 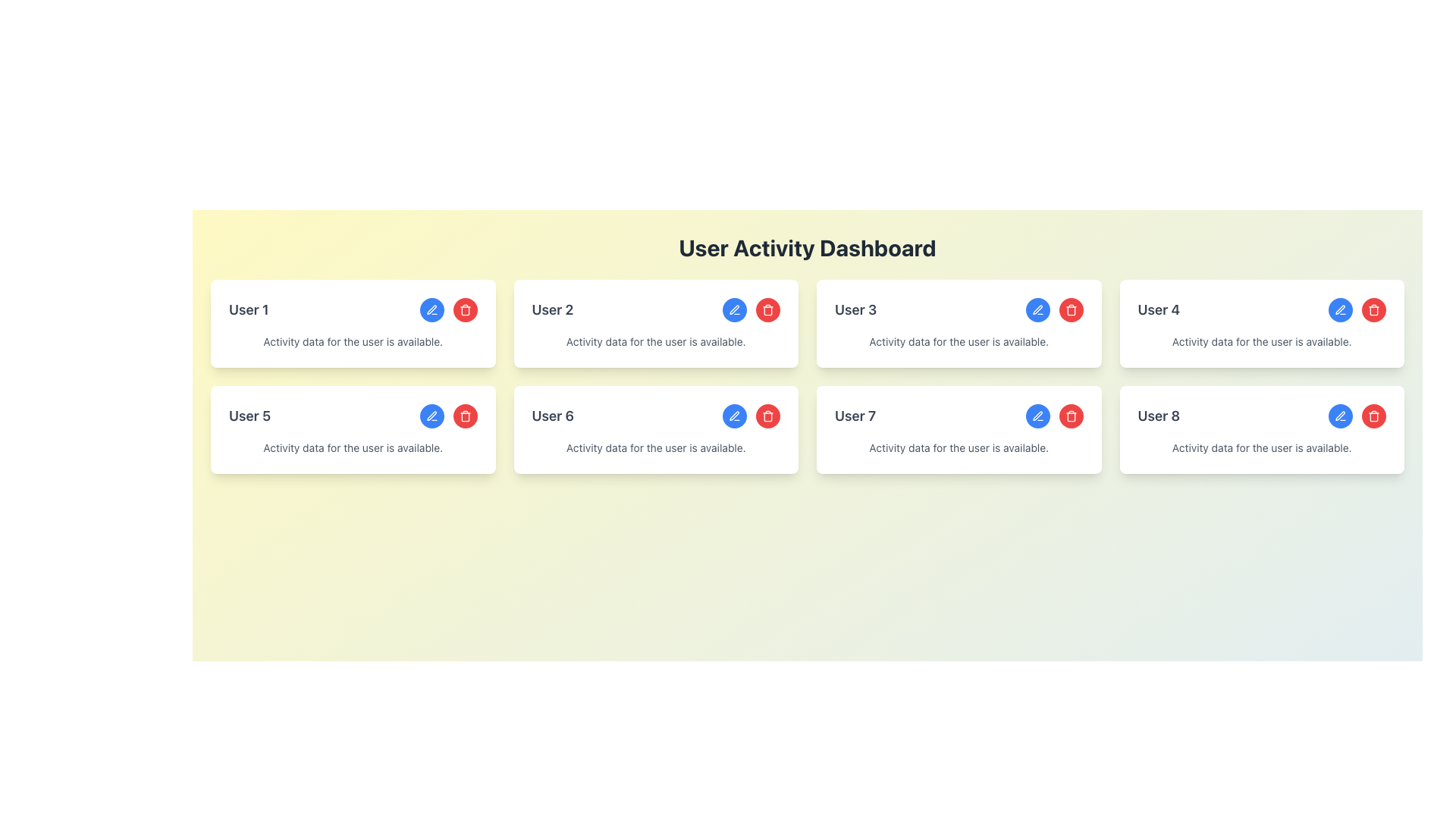 What do you see at coordinates (958, 447) in the screenshot?
I see `text label displaying 'Activity data for the user is available.' which is located within the card labeled 'User 7' in the bottom half of the card` at bounding box center [958, 447].